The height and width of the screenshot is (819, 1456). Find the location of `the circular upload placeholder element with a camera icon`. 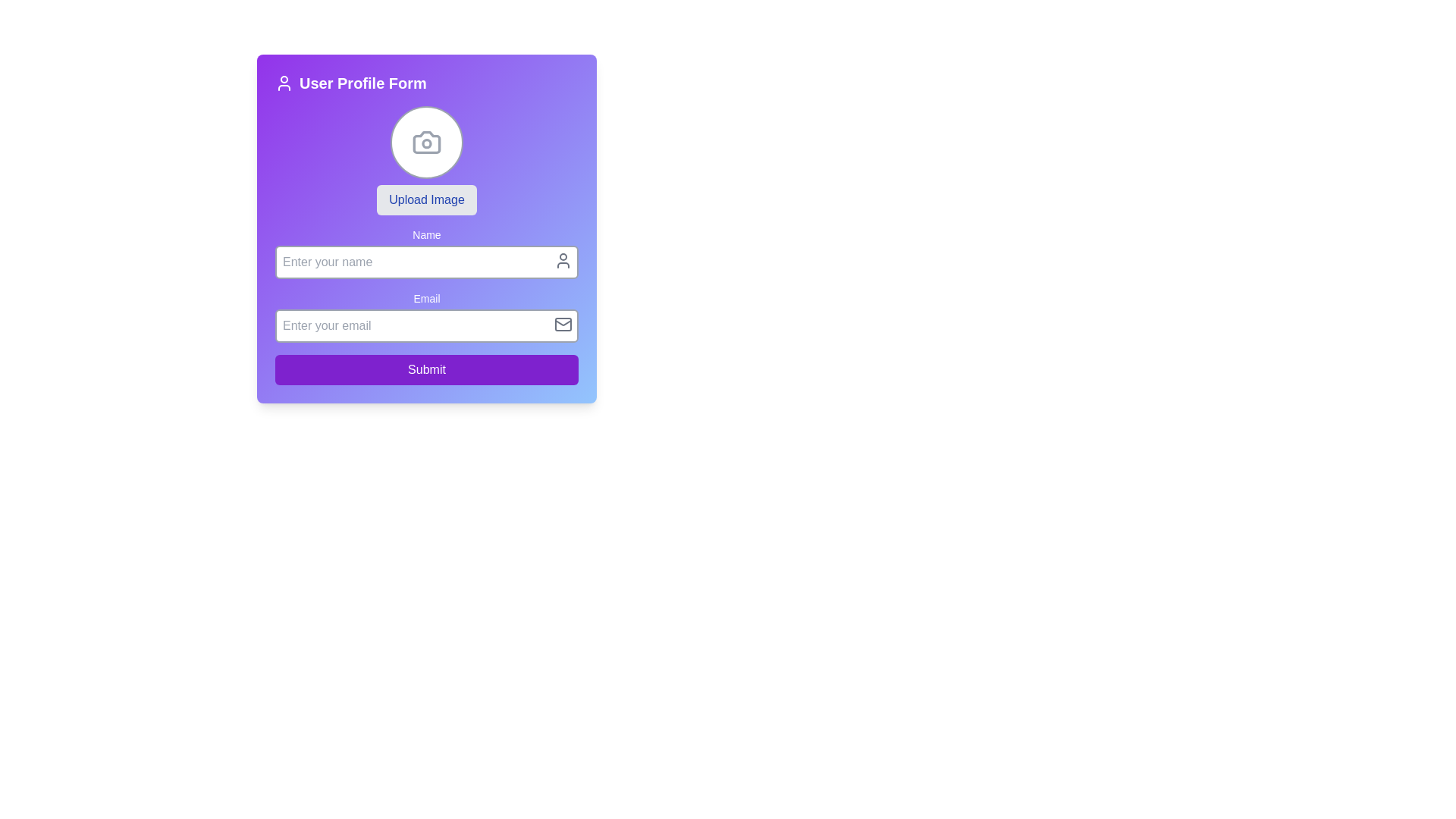

the circular upload placeholder element with a camera icon is located at coordinates (425, 143).